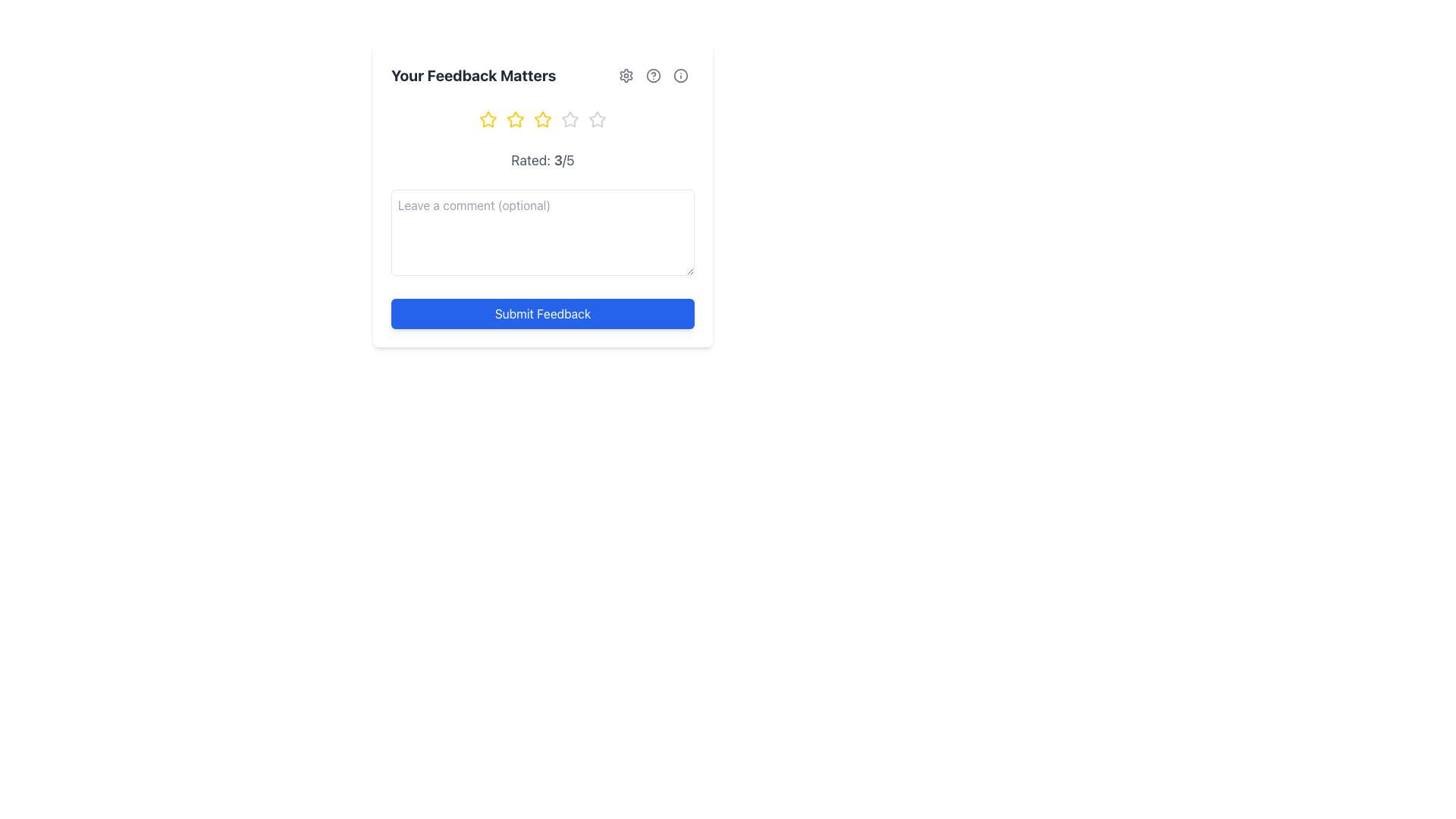  I want to click on the second star-shaped icon with a yellow border in the rating row, so click(488, 119).